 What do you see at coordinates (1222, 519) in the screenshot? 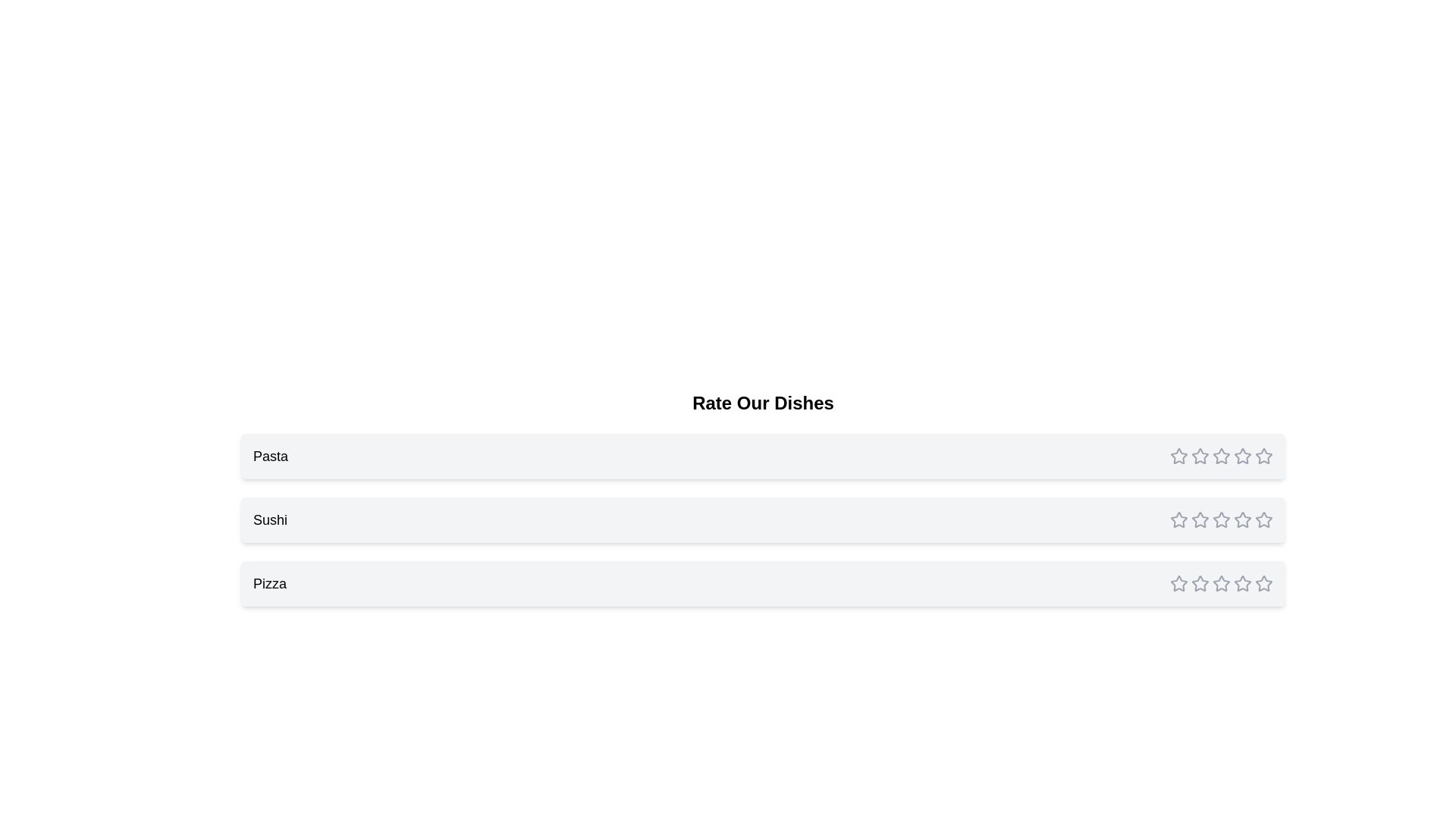
I see `the Rating component for the item 'Sushi', located in the second row of the rating section` at bounding box center [1222, 519].